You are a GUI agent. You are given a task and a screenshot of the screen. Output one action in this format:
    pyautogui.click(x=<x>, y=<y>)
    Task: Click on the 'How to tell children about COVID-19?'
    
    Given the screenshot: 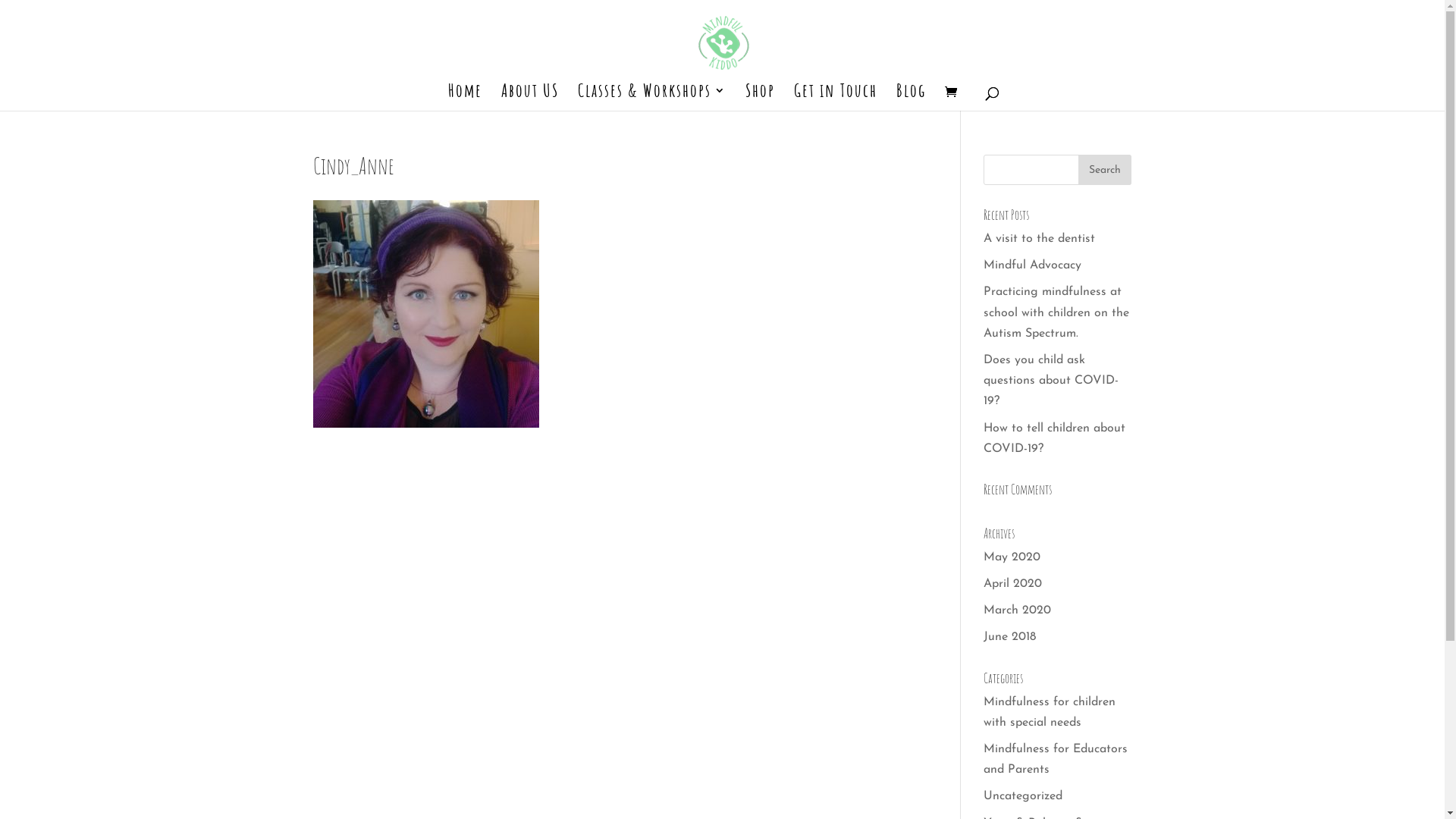 What is the action you would take?
    pyautogui.click(x=983, y=438)
    